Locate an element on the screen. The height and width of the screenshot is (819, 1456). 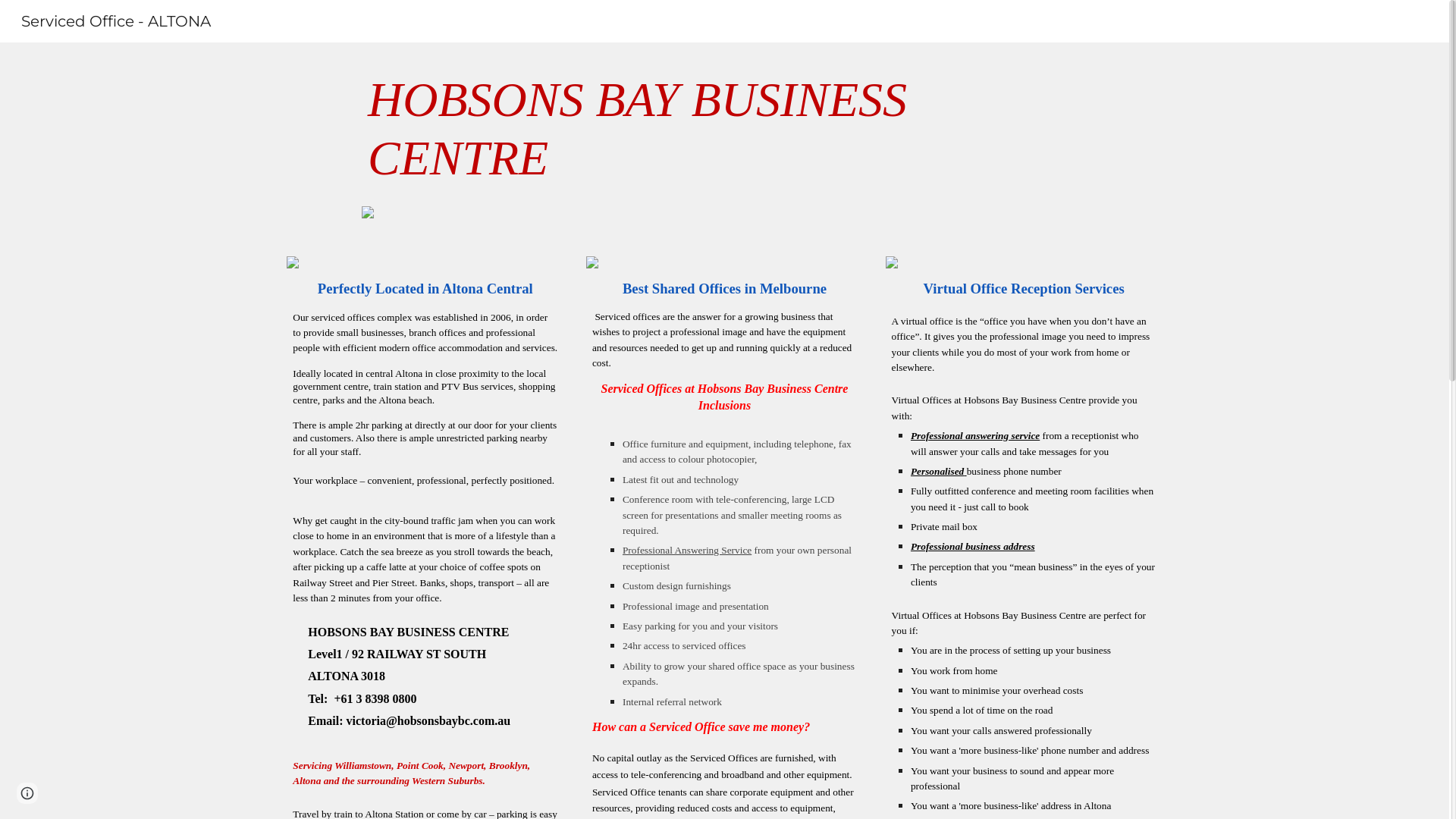
'Serviced Office - ALTONA' is located at coordinates (115, 20).